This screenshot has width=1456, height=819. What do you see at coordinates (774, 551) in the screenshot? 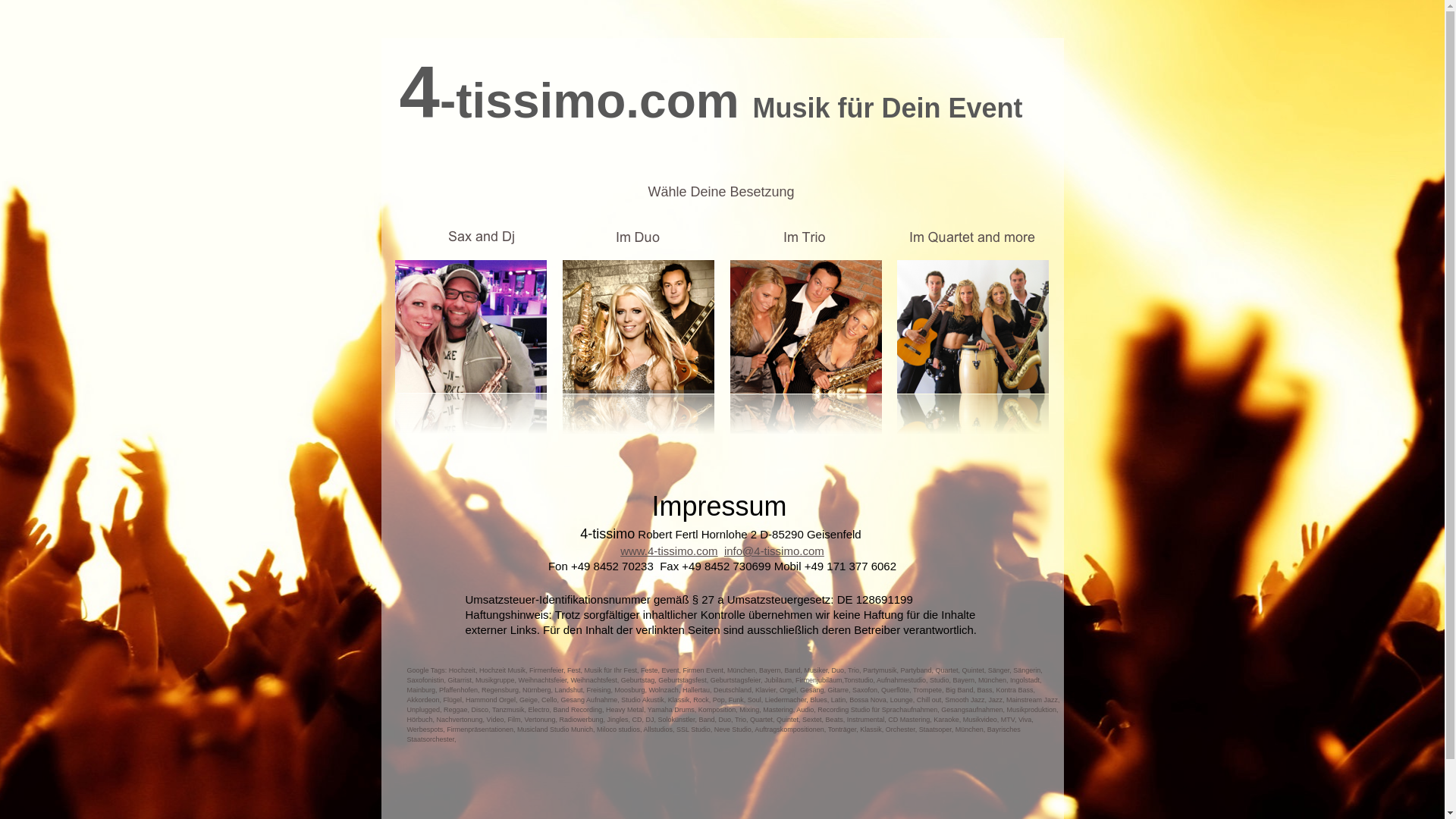
I see `'info@4-tissimo.com'` at bounding box center [774, 551].